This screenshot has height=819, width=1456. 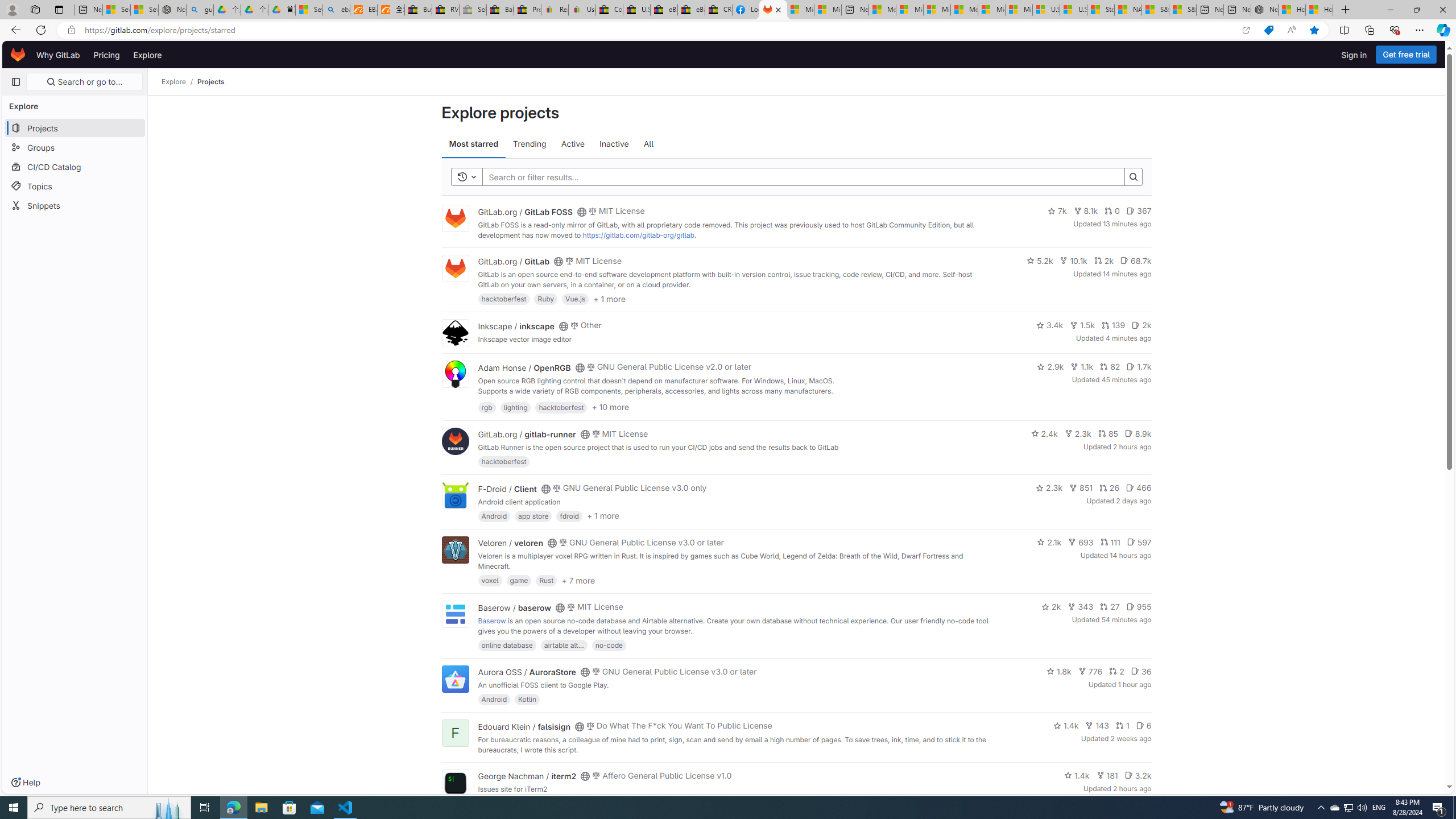 What do you see at coordinates (179, 81) in the screenshot?
I see `'Explore/'` at bounding box center [179, 81].